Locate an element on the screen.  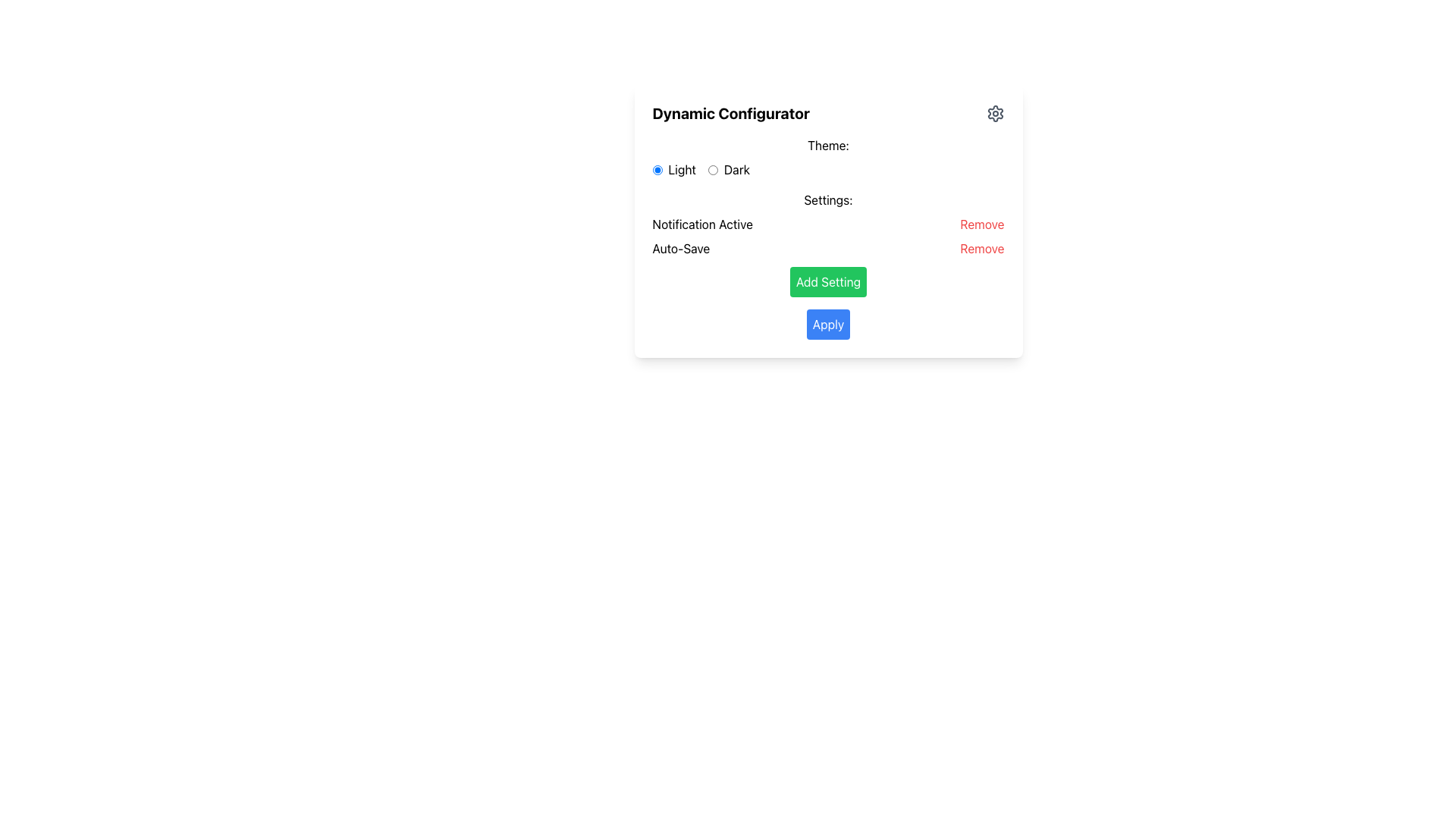
the static text label displaying 'Notification Active', which is bold and black, located within the settings section above the 'Auto-Save' label is located at coordinates (701, 224).